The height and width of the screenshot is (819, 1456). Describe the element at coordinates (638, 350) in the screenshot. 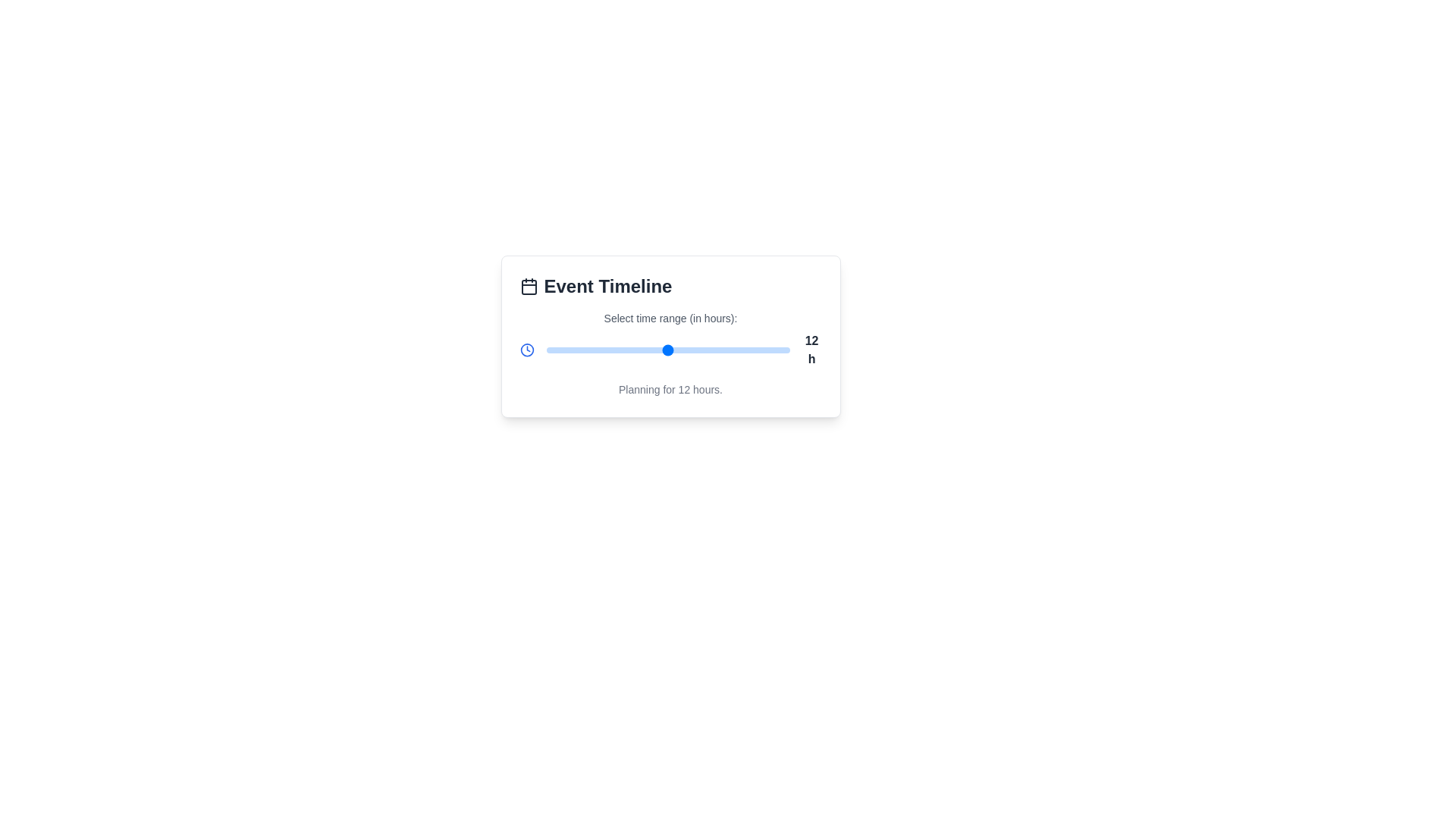

I see `the number of hours` at that location.